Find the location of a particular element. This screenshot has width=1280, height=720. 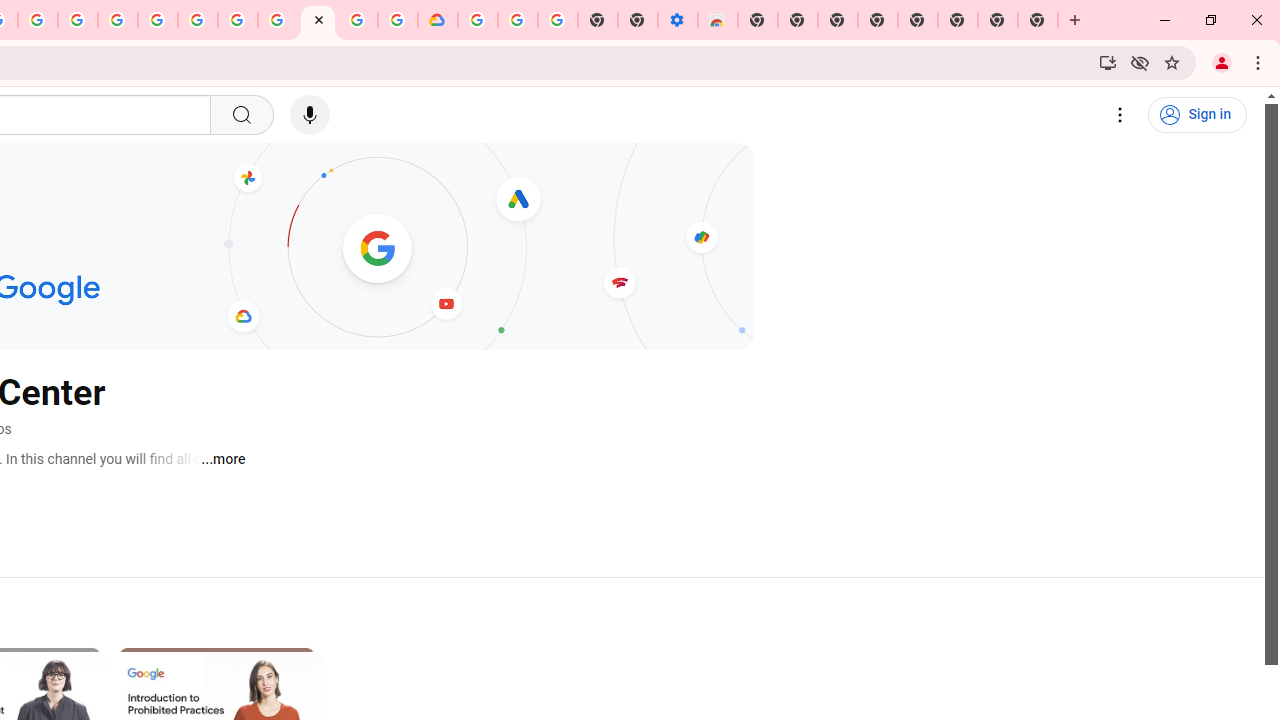

'Turn cookies on or off - Computer - Google Account Help' is located at coordinates (558, 20).